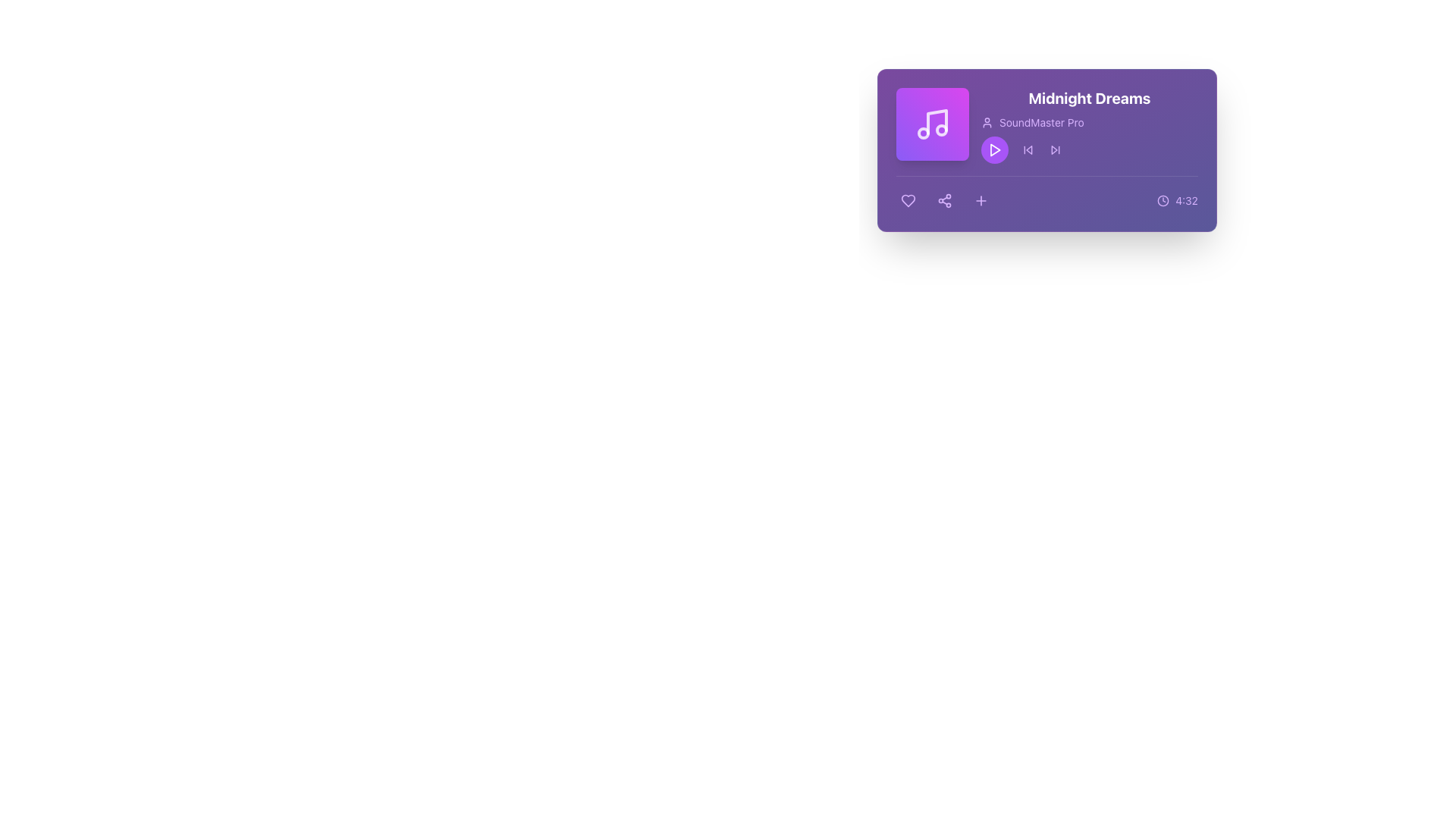 The width and height of the screenshot is (1456, 819). I want to click on the visual indicator icon representing the user or producer associated with the displayed music, which is positioned to the left of the text 'SoundMaster Pro' under the title 'Midnight Dreams', so click(987, 122).